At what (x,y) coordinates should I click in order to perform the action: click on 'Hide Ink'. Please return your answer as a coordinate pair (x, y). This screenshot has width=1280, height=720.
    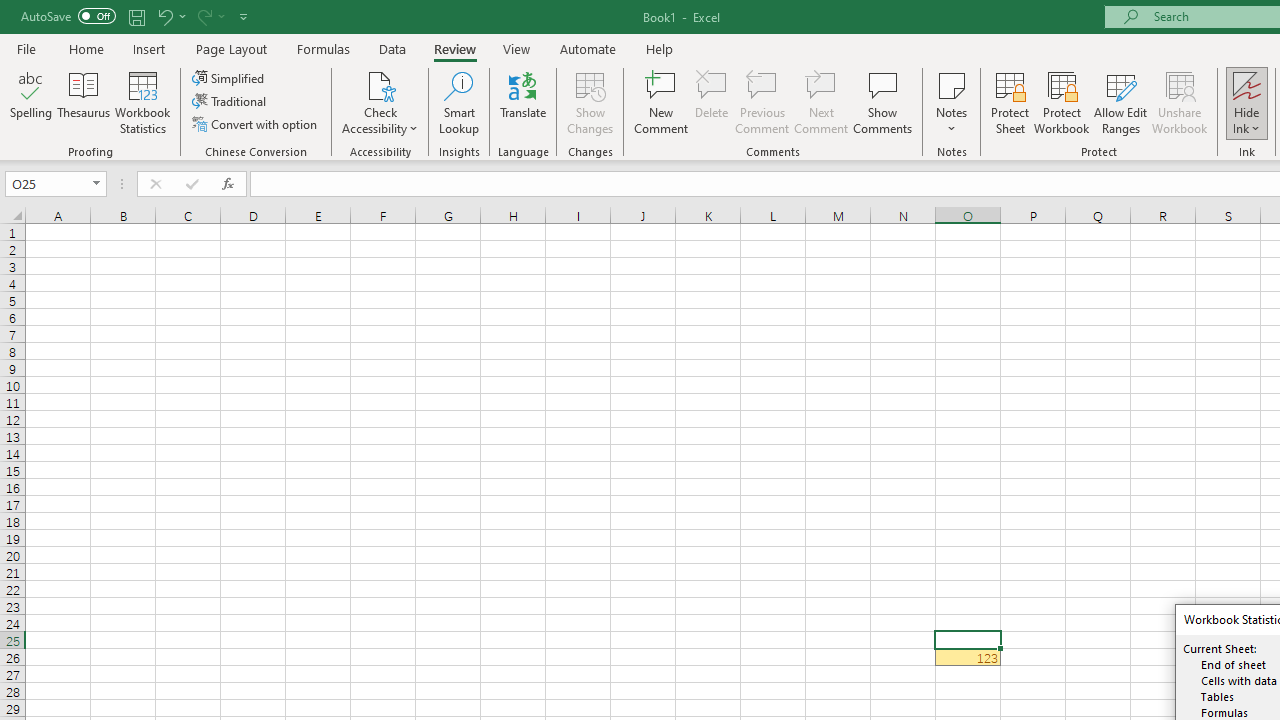
    Looking at the image, I should click on (1246, 84).